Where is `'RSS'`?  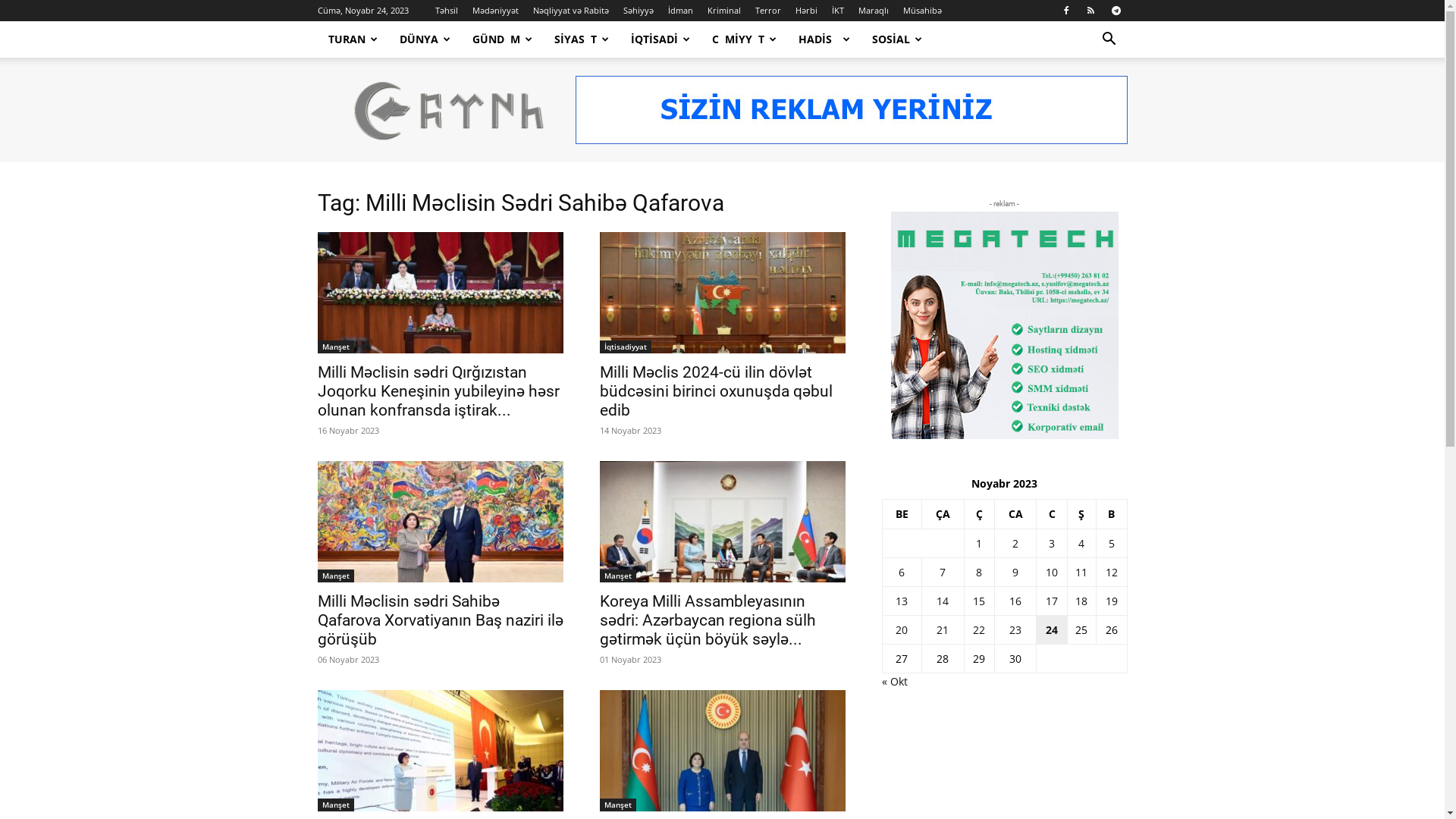 'RSS' is located at coordinates (1090, 11).